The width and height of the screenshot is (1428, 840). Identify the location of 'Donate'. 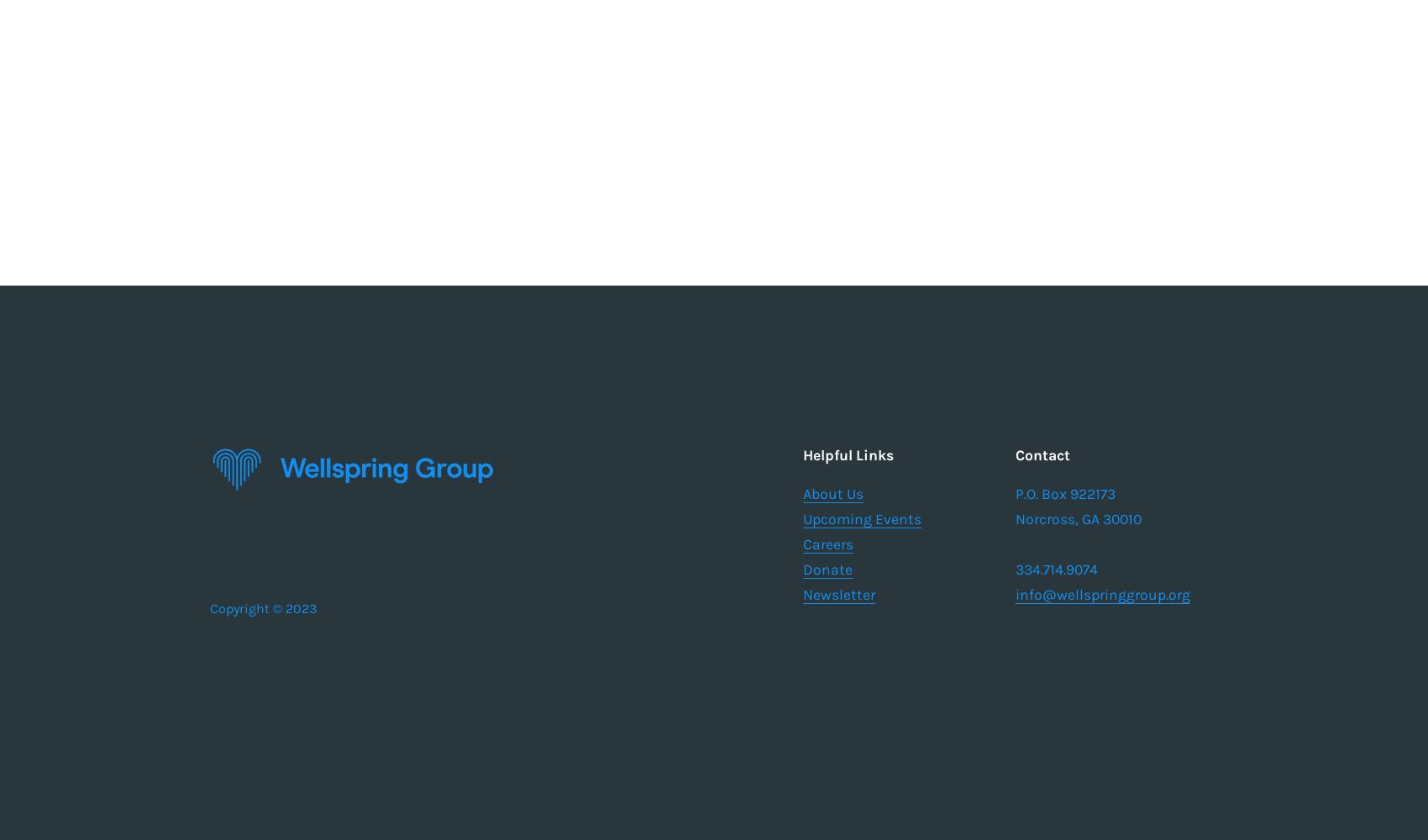
(827, 569).